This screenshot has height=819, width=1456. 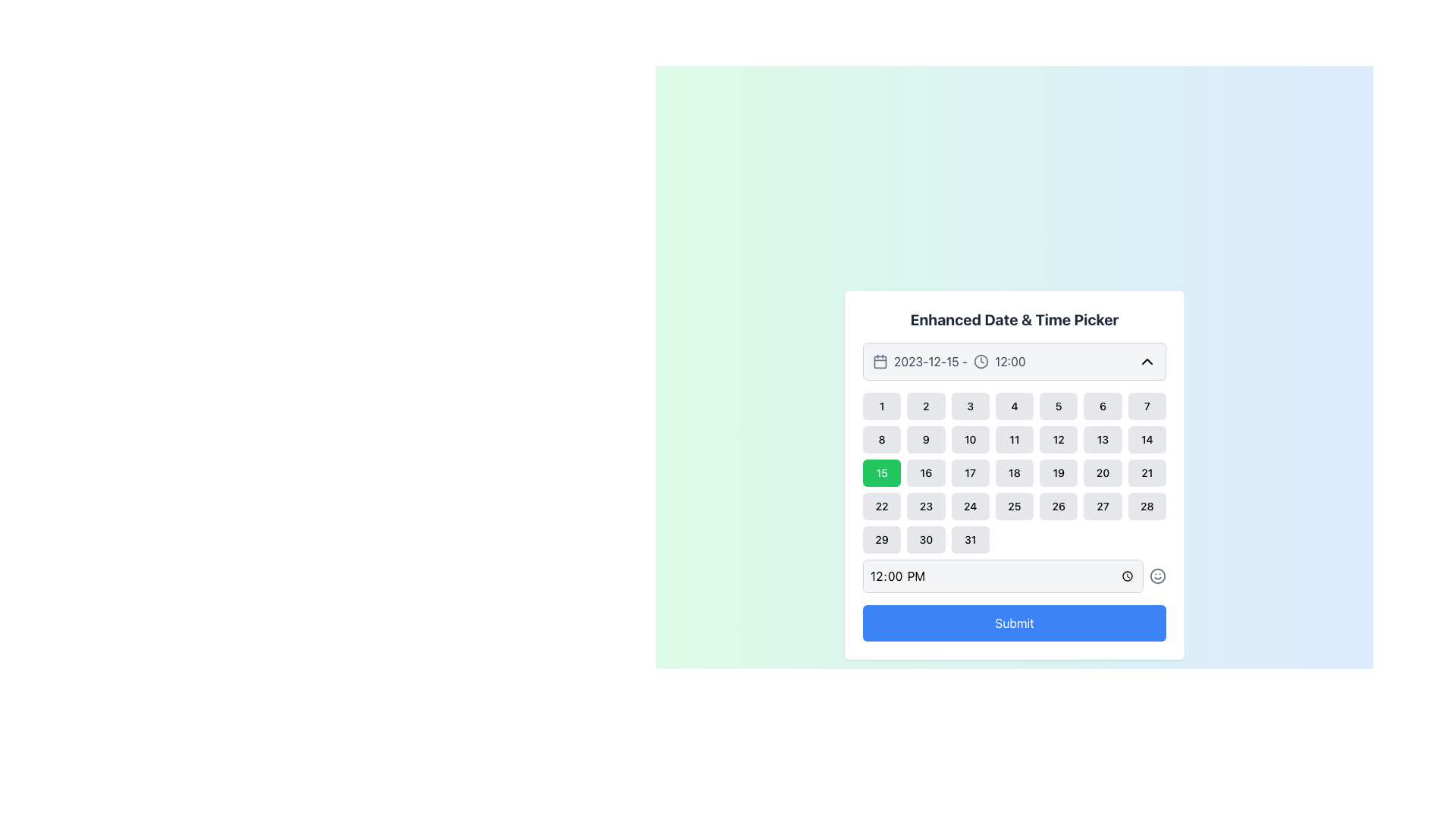 What do you see at coordinates (981, 362) in the screenshot?
I see `central circle in the clock icon located on the left side of the time picker interface` at bounding box center [981, 362].